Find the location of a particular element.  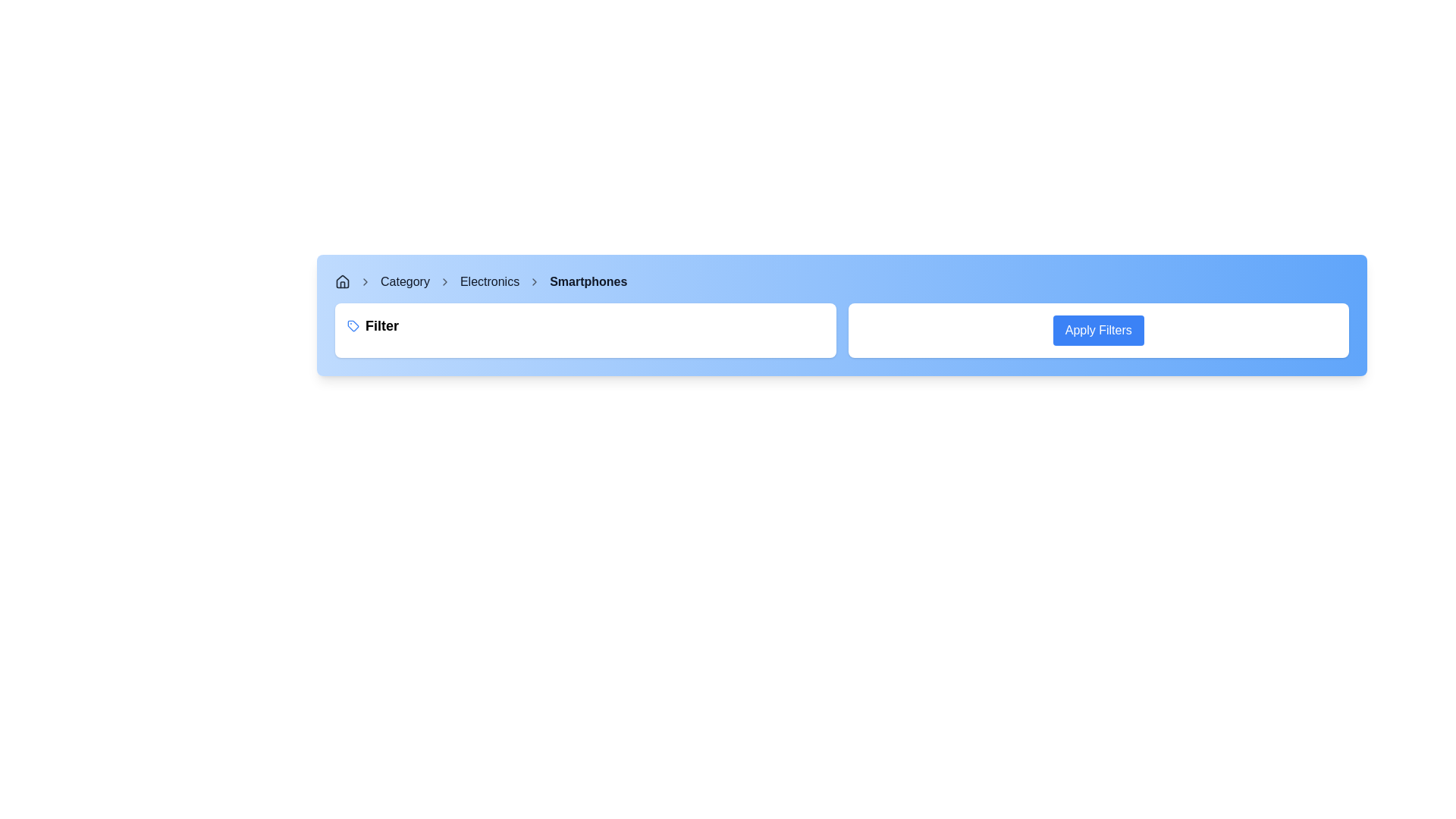

the 'Smartphones' text label in the breadcrumb navigation bar, which indicates the user's current location in the website's navigation hierarchy is located at coordinates (588, 281).